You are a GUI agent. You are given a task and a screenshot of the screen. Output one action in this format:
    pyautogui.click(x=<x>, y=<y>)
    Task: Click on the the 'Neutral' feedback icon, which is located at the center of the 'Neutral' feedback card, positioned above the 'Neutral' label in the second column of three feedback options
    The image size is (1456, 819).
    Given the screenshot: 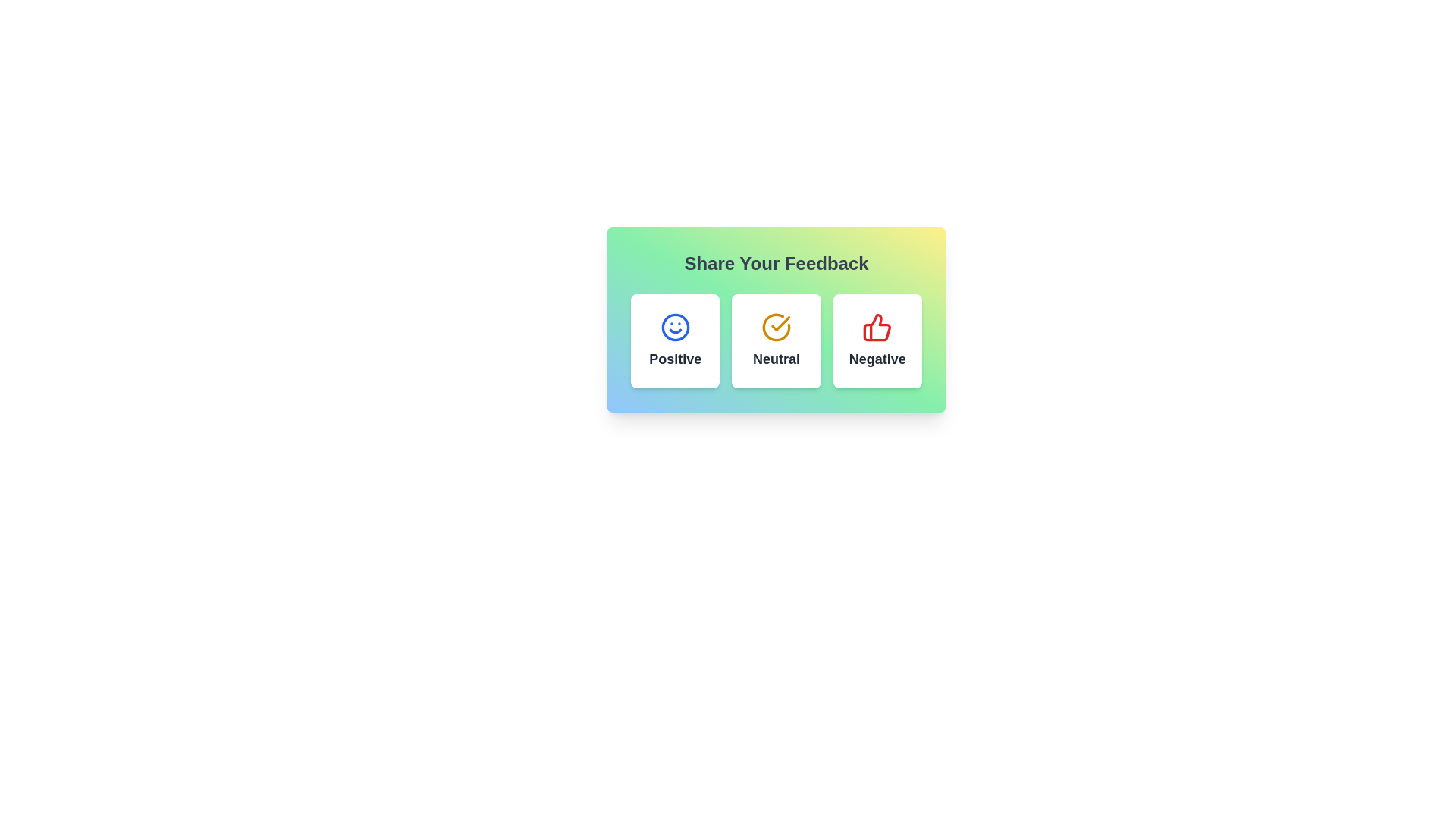 What is the action you would take?
    pyautogui.click(x=776, y=327)
    